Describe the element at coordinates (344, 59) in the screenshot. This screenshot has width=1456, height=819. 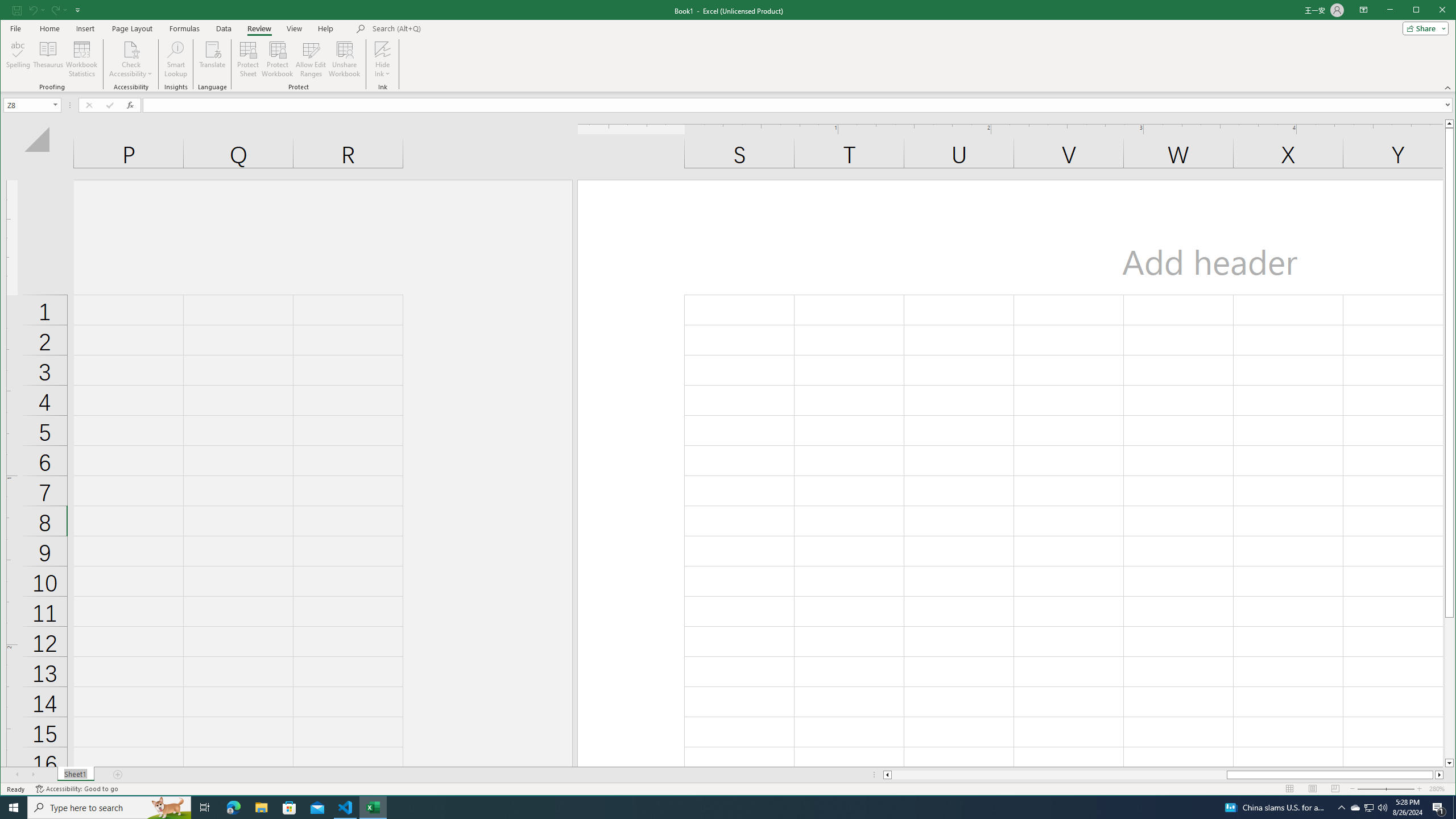
I see `'Unshare Workbook'` at that location.